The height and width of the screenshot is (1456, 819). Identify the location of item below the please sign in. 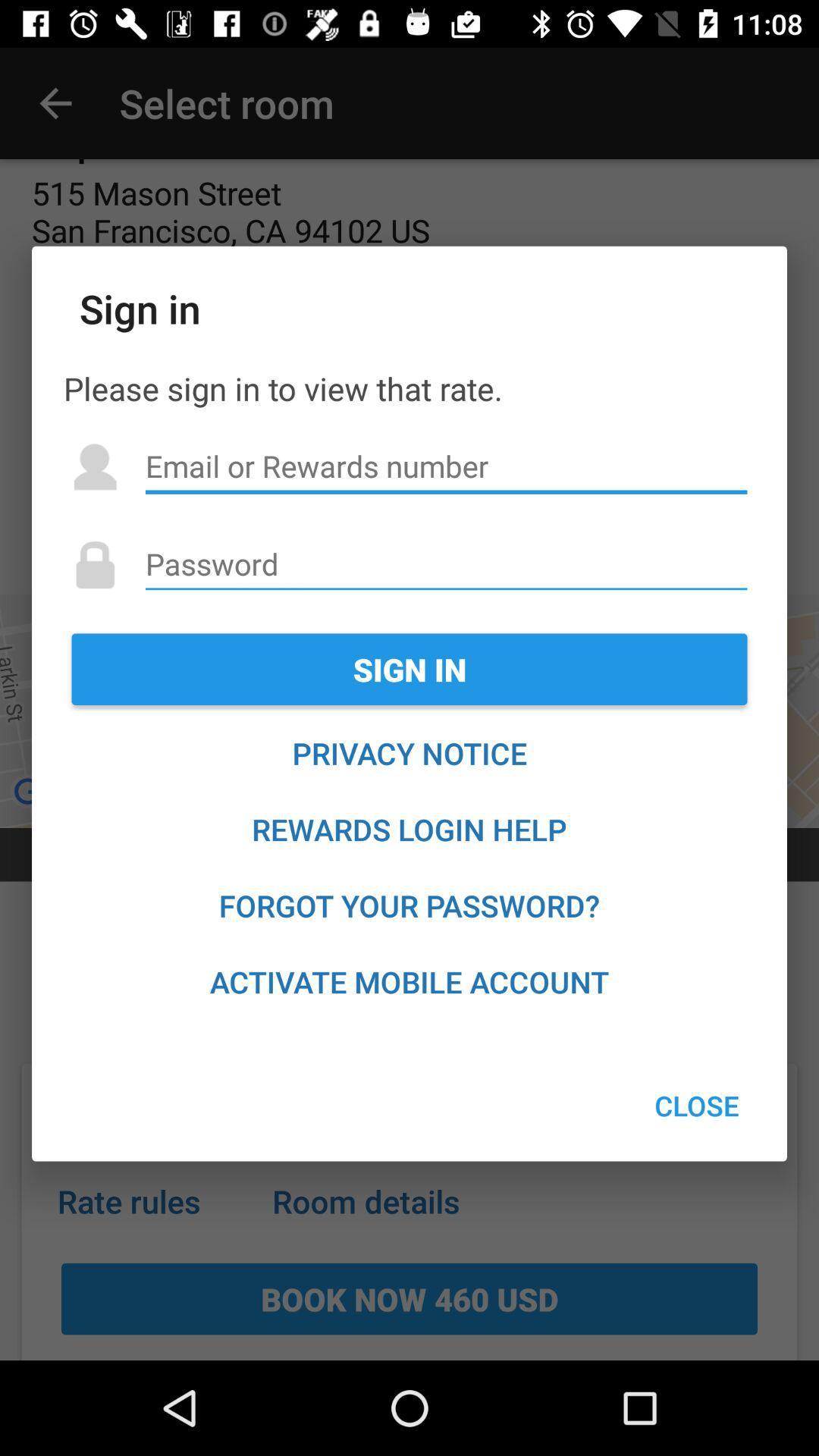
(445, 466).